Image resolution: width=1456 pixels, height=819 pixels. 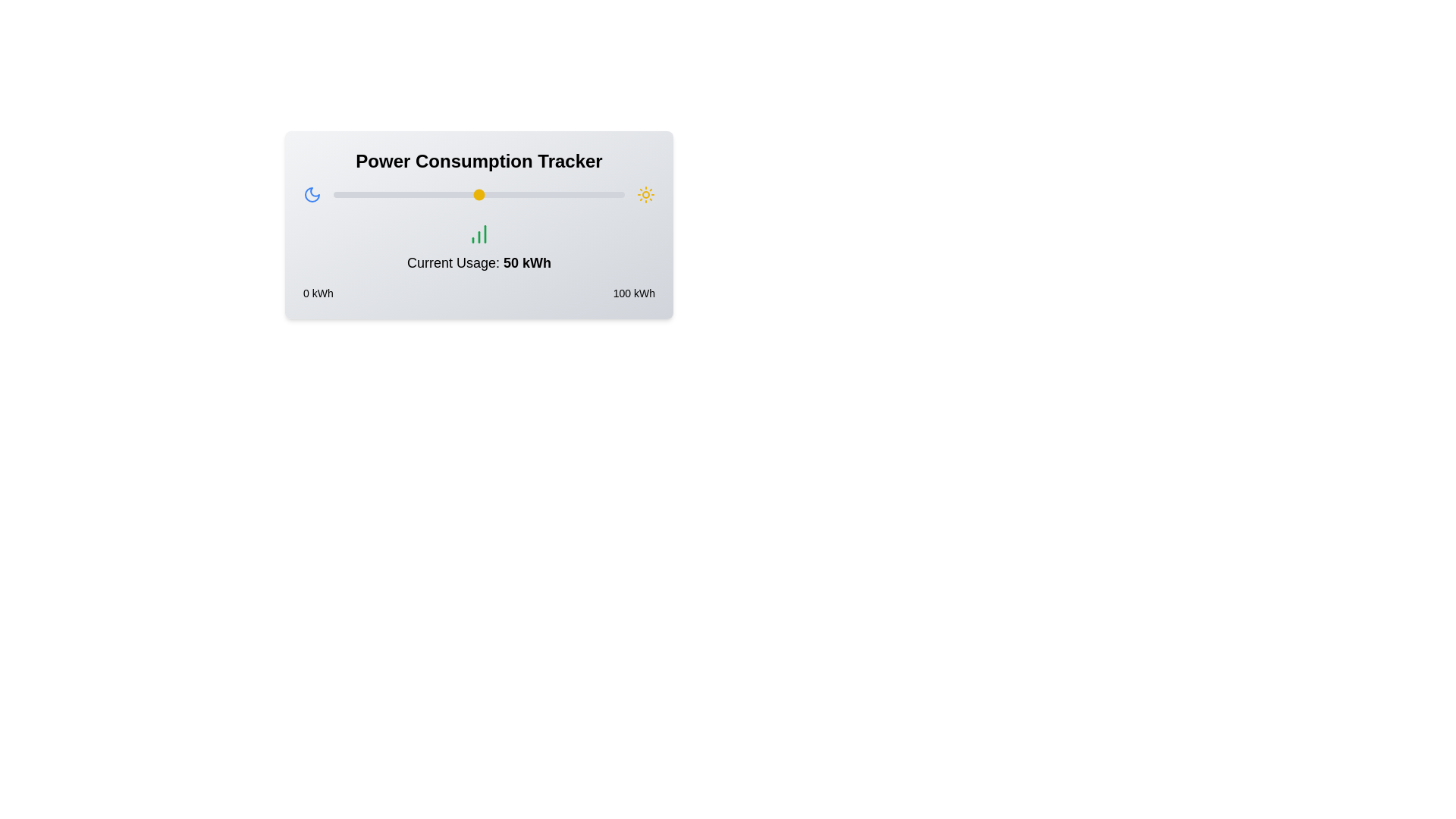 I want to click on the BarChart icon to inspect its appearance, so click(x=479, y=234).